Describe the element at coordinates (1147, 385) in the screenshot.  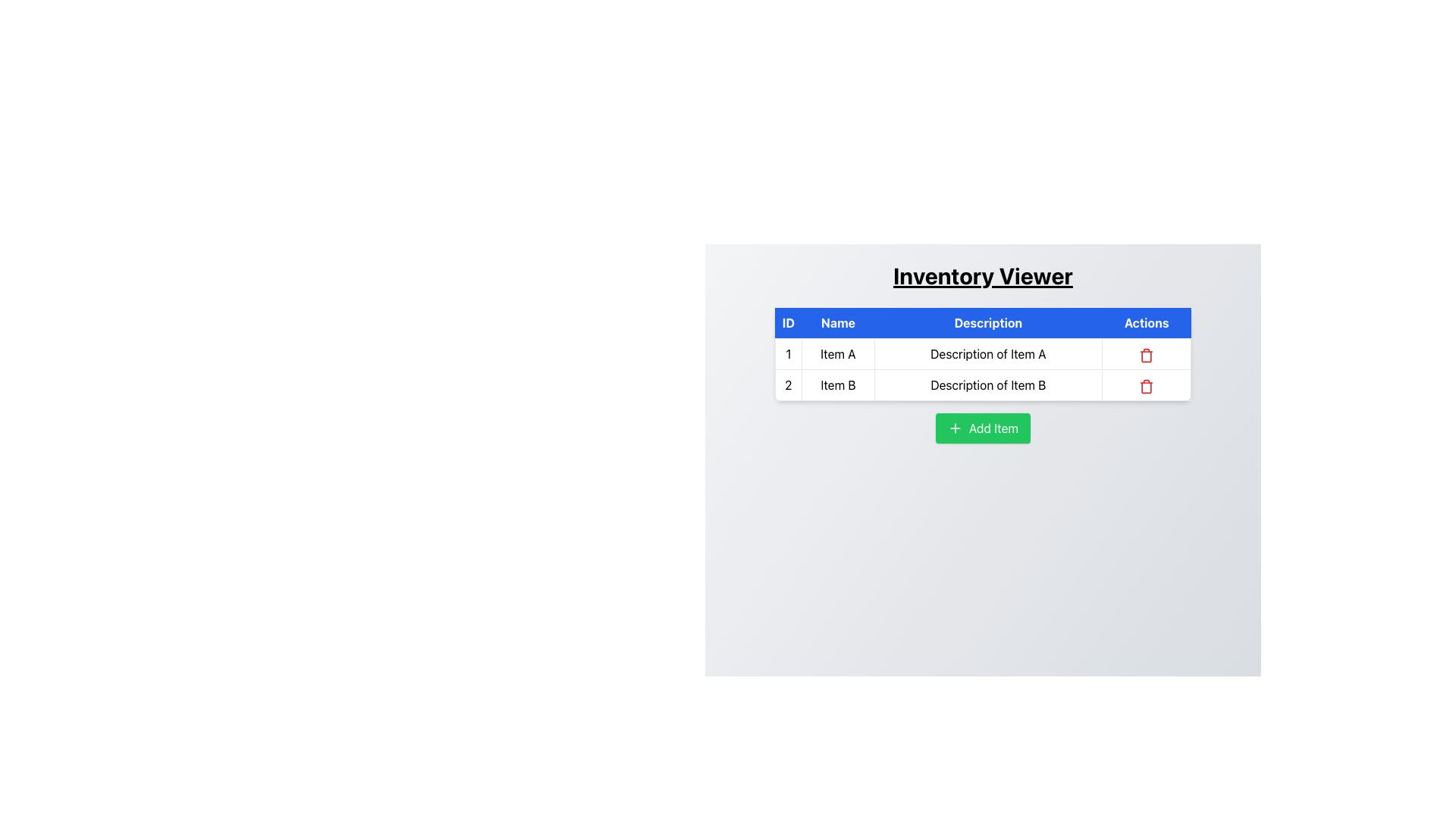
I see `the trash icon button with red strokes that represents a trash bin, located in the Actions column of the second row in the table` at that location.